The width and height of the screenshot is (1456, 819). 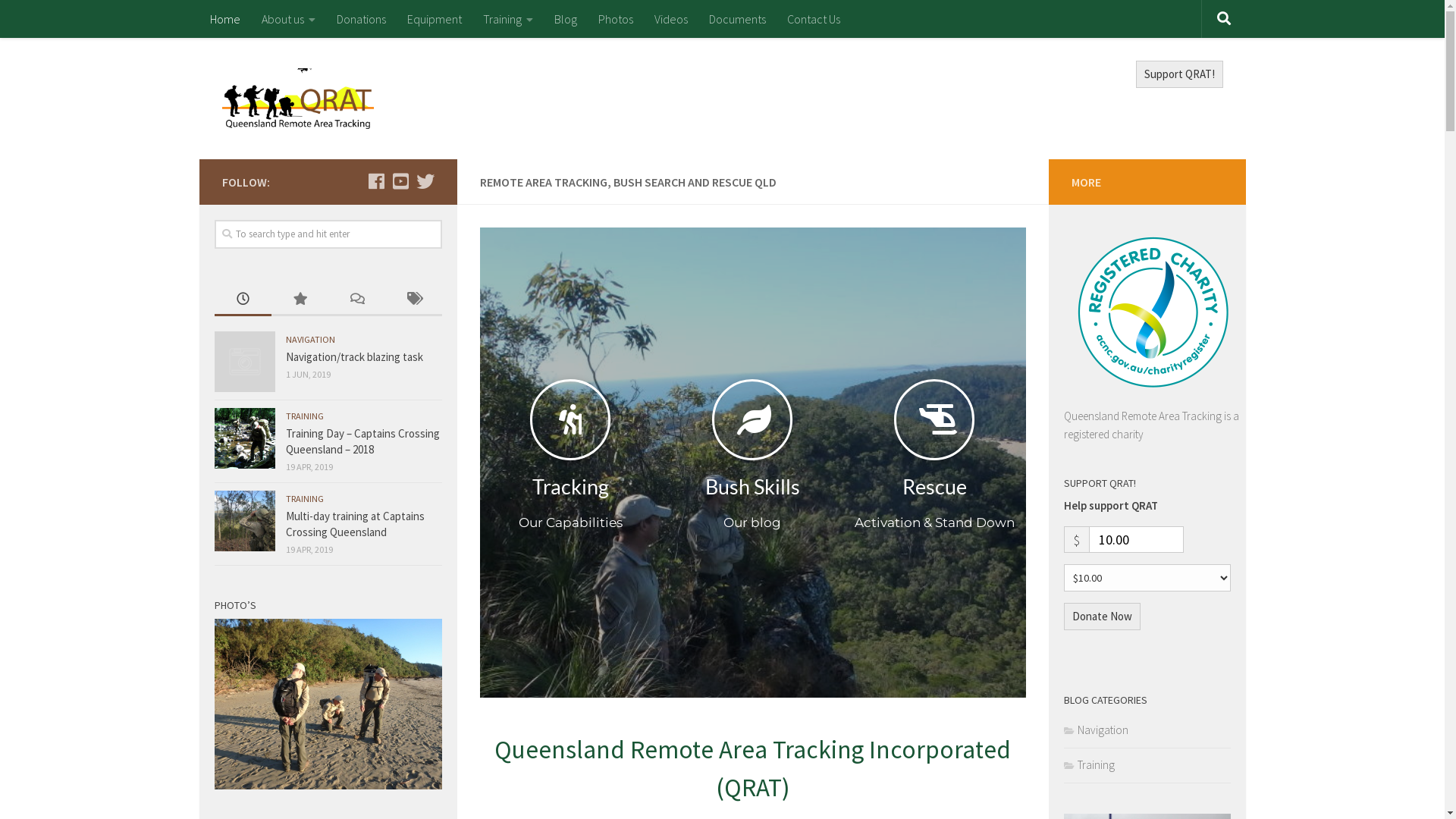 I want to click on 'Photos', so click(x=615, y=18).